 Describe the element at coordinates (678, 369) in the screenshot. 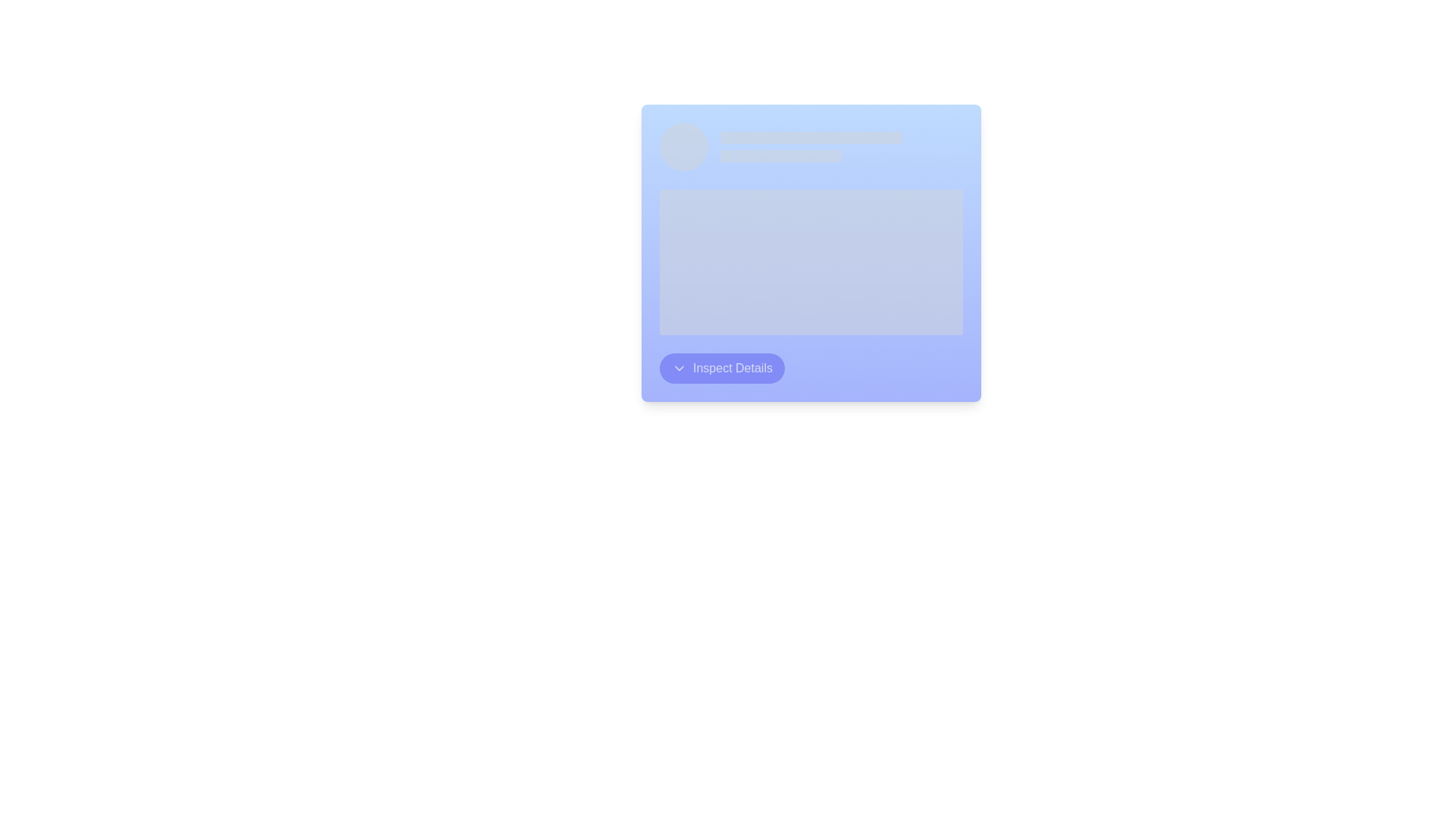

I see `the chevron-down indicator icon located within the 'Inspect Details' button to interact with the associated feature` at that location.